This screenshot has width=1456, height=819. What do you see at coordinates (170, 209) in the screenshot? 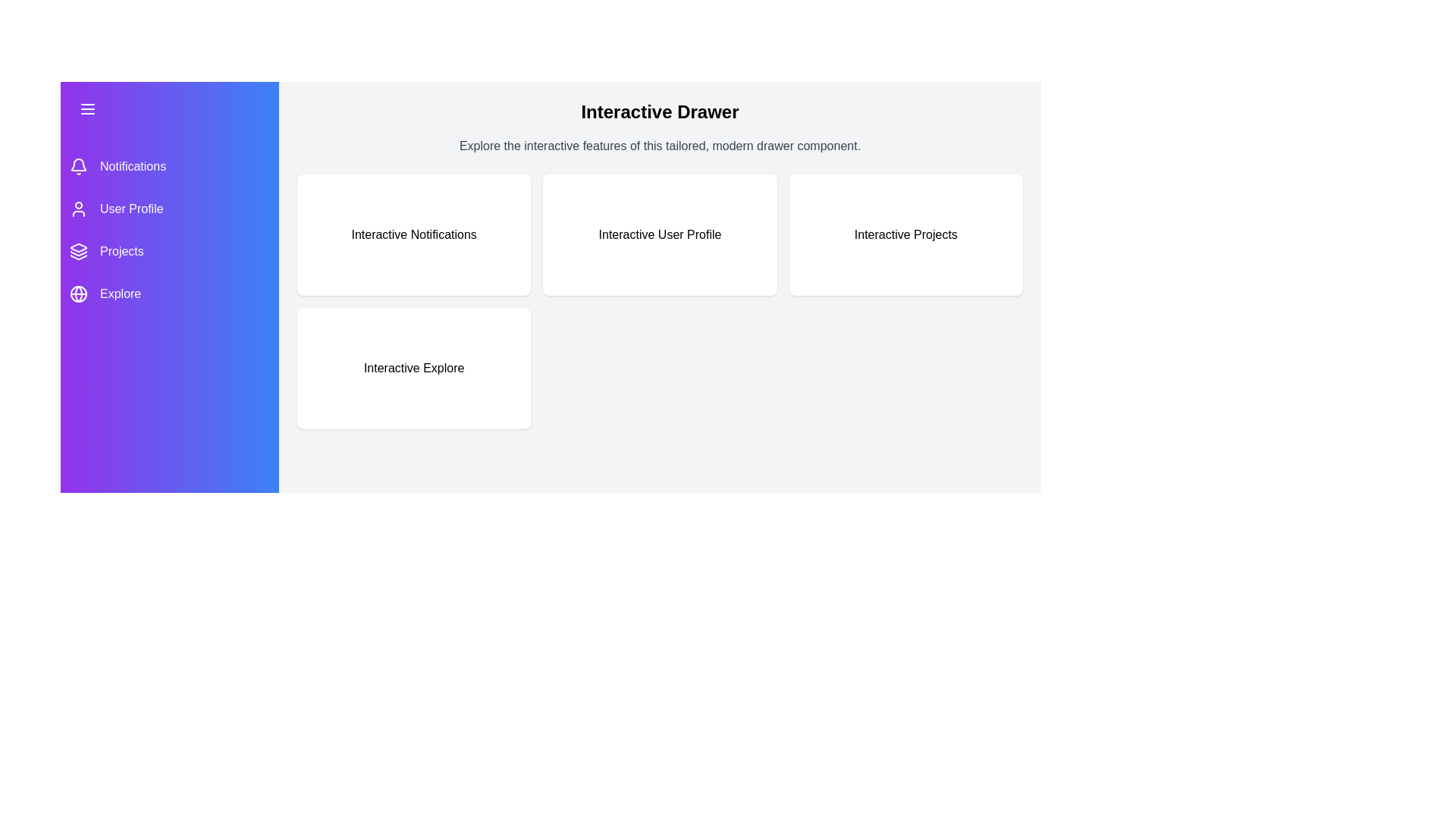
I see `the menu item User Profile` at bounding box center [170, 209].